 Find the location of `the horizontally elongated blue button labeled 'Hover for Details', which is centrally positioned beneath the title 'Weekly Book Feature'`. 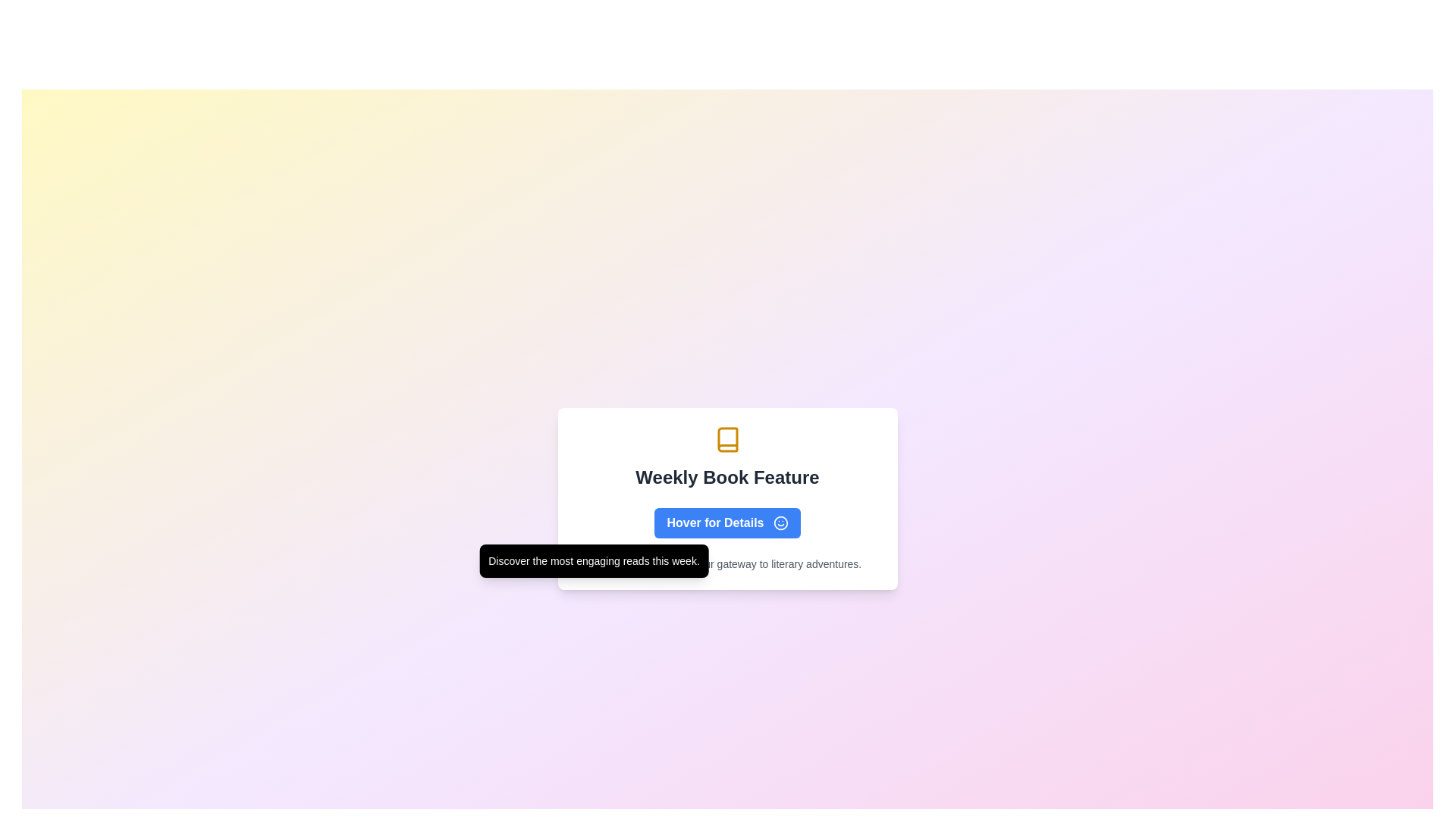

the horizontally elongated blue button labeled 'Hover for Details', which is centrally positioned beneath the title 'Weekly Book Feature' is located at coordinates (726, 522).